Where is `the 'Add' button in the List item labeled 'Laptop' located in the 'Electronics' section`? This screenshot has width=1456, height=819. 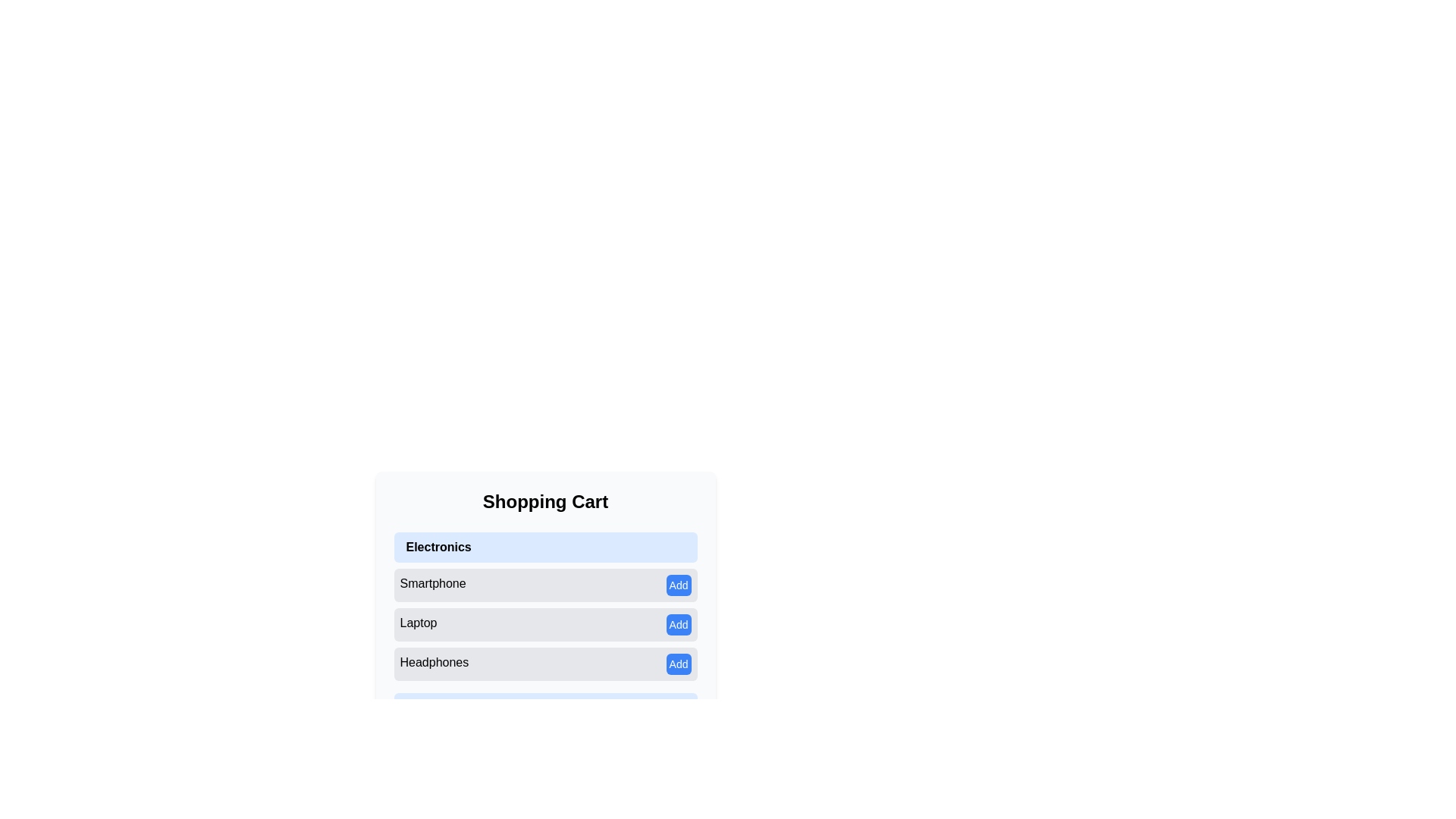 the 'Add' button in the List item labeled 'Laptop' located in the 'Electronics' section is located at coordinates (545, 625).